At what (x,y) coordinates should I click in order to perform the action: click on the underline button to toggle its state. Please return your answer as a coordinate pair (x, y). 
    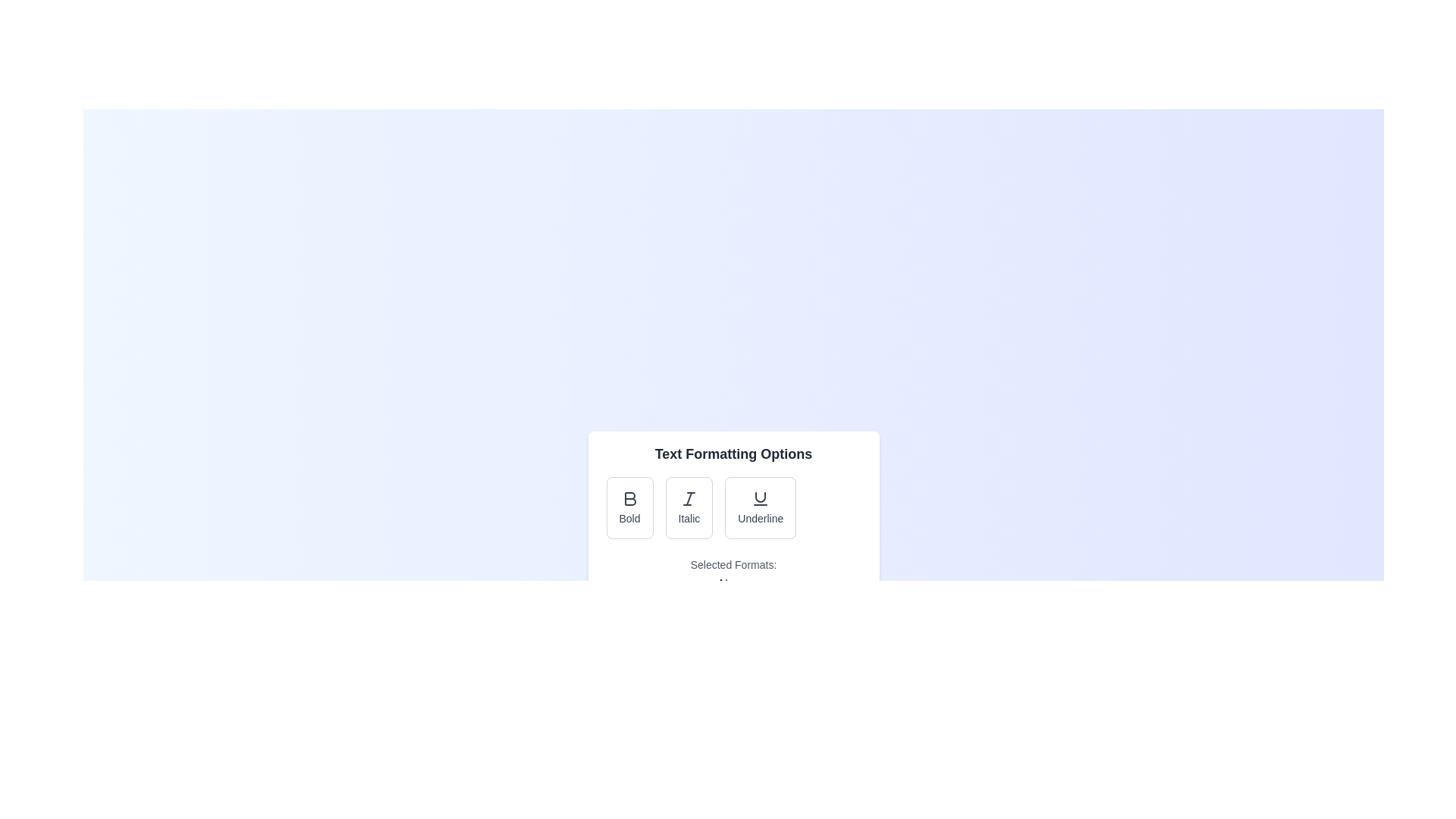
    Looking at the image, I should click on (761, 508).